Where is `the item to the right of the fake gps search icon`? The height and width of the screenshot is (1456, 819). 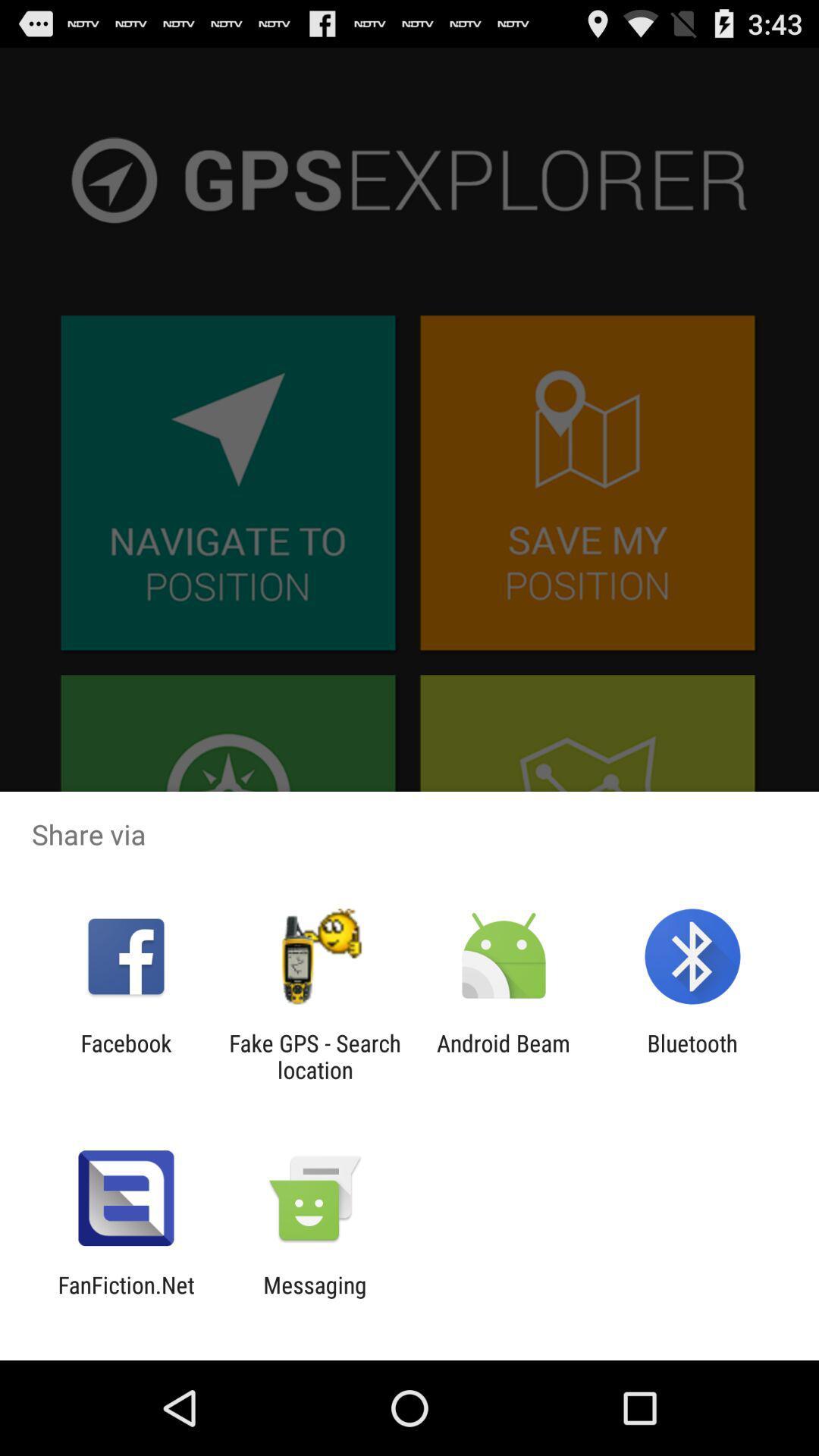 the item to the right of the fake gps search icon is located at coordinates (504, 1056).